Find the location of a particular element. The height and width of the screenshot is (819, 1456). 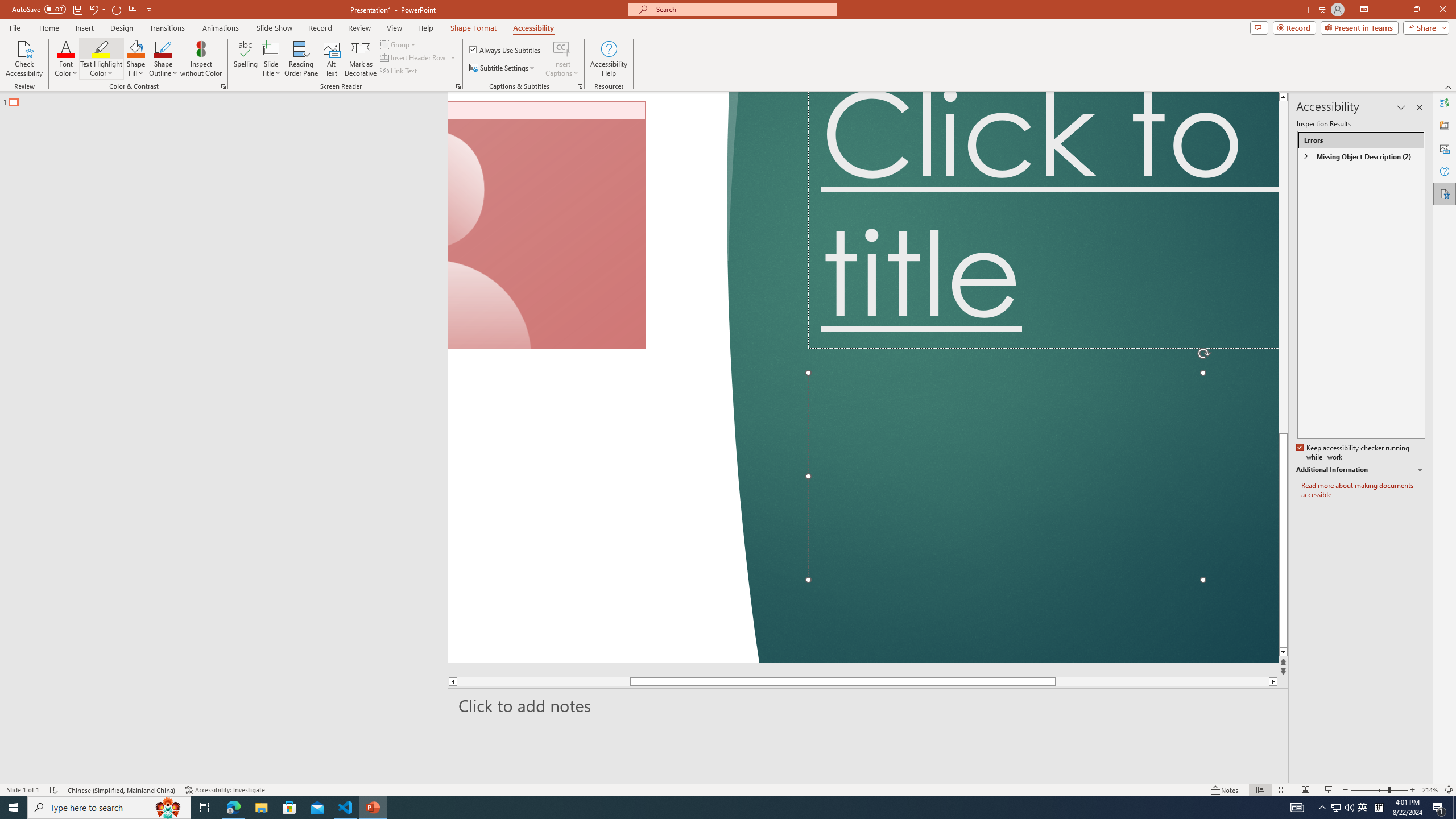

'Mark as Decorative' is located at coordinates (360, 59).